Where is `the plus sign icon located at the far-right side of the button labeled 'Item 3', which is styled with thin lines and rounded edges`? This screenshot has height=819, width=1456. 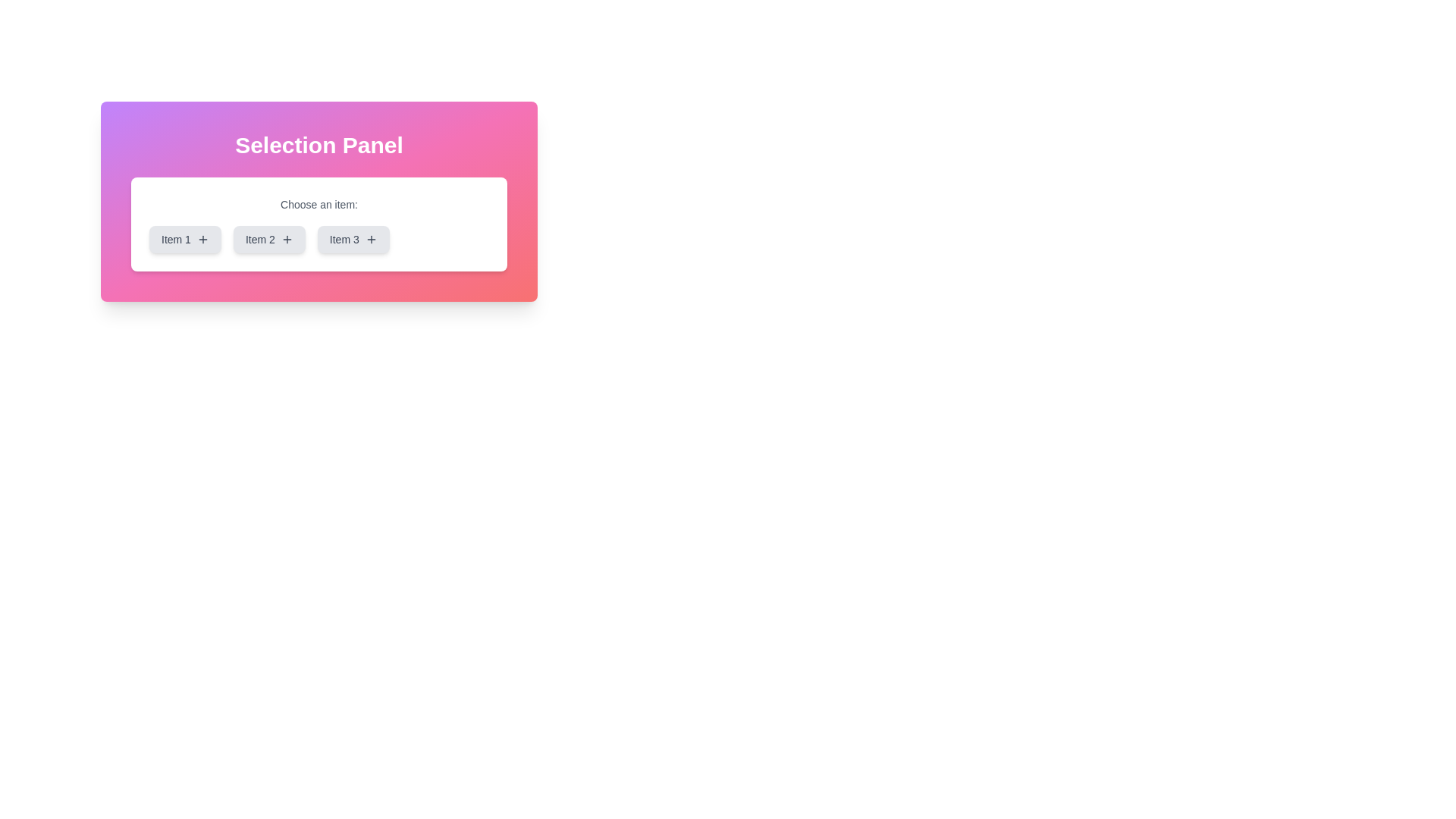
the plus sign icon located at the far-right side of the button labeled 'Item 3', which is styled with thin lines and rounded edges is located at coordinates (371, 239).